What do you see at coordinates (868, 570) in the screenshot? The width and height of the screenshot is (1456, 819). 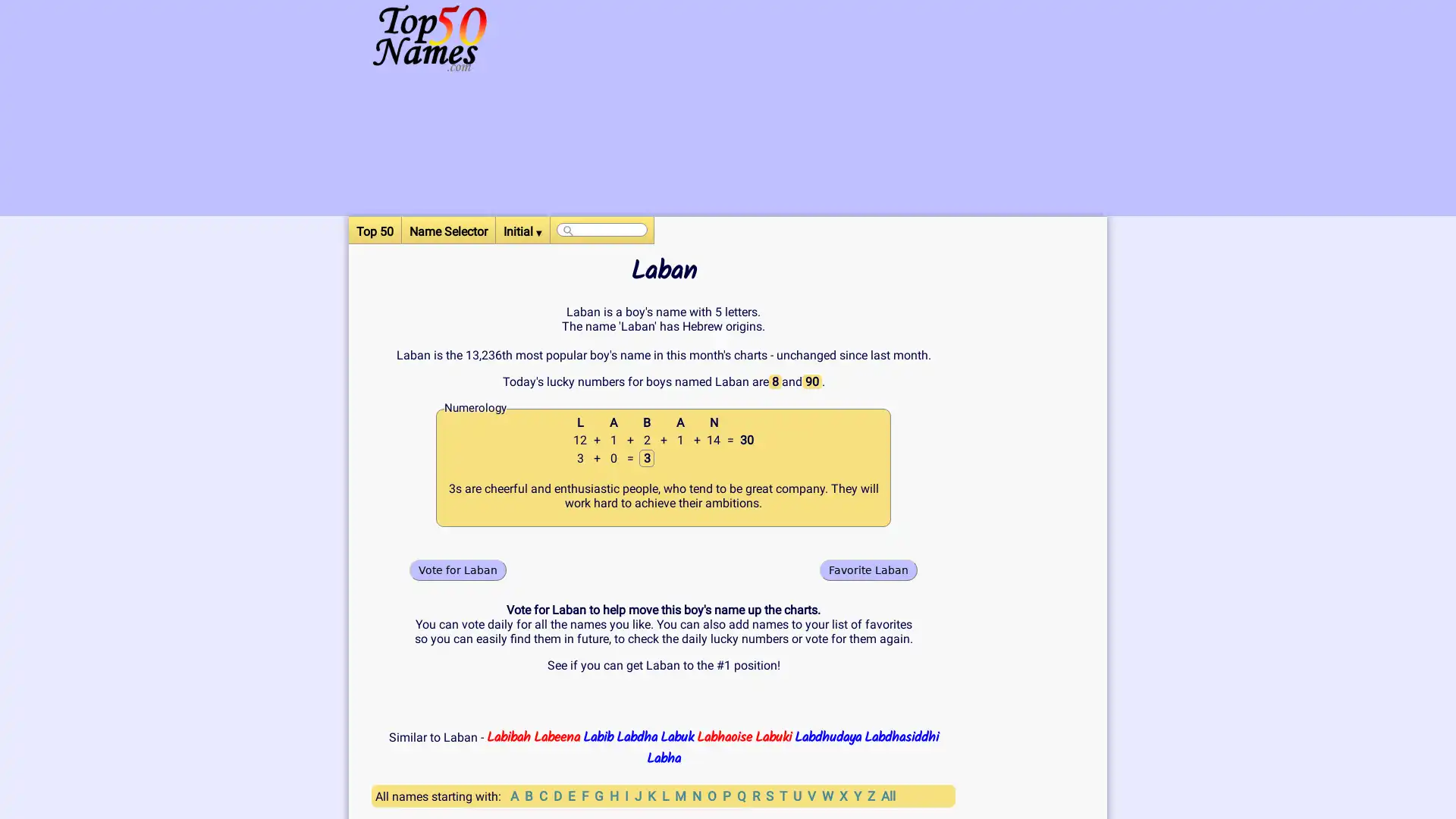 I see `Favorite Laban` at bounding box center [868, 570].